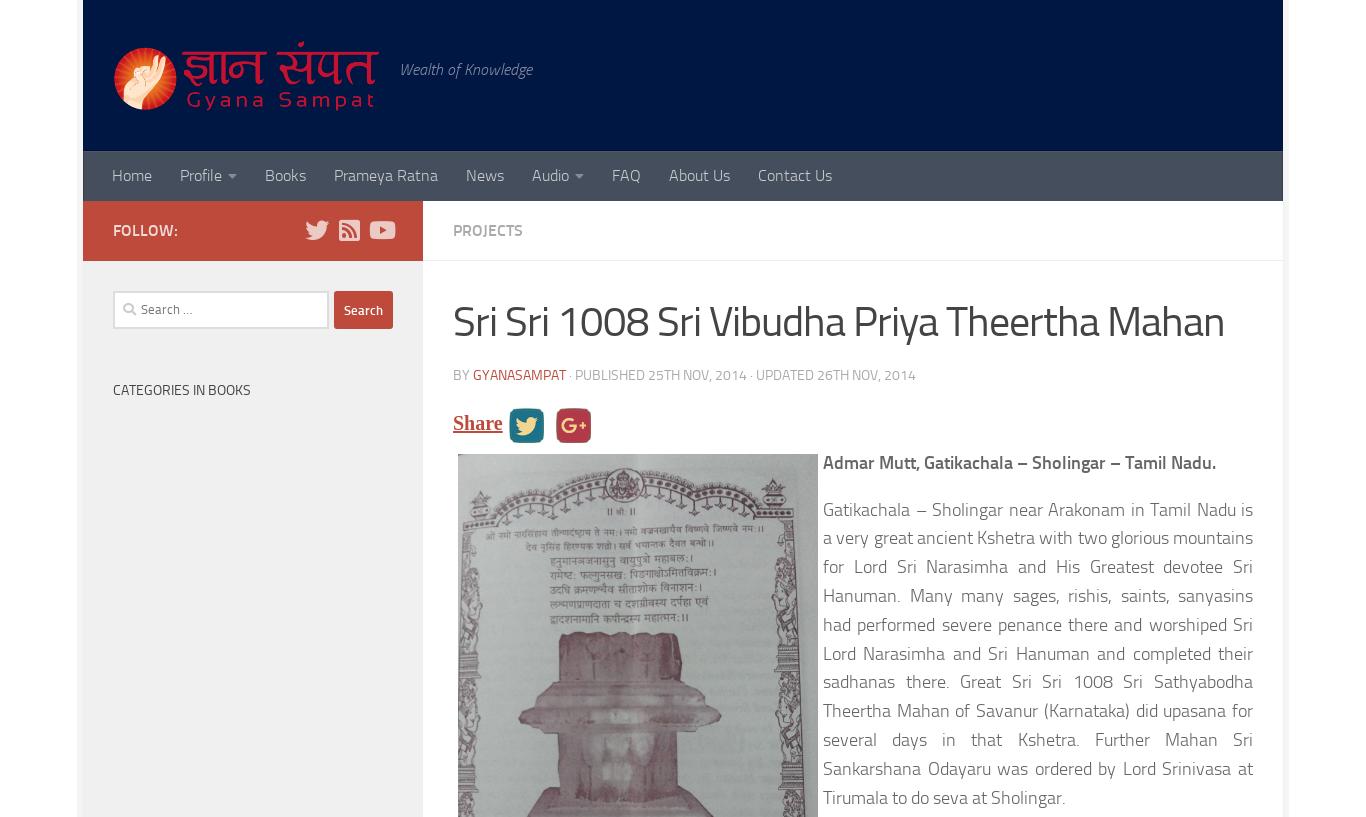 This screenshot has width=1366, height=817. What do you see at coordinates (1037, 653) in the screenshot?
I see `'Gatikachala – Sholingar near Arakonam in Tamil Nadu is a very great ancient Kshetra with two glorious mountains for Lord Sri Narasimha and His Greatest devotee Sri Hanuman. Many many sages, rishis, saints, sanyasins had performed severe penance there and worshiped Sri Lord Narasimha and Sri Hanuman and completed their sadhanas there. Great Sri Sri 1008 Sri Sathyabodha Theertha Mahan of Savanur (Karnataka) did upasana for several days in that Kshetra. Further Mahan Sri Sankarshana Odayaru was ordered by Lord Srinivasa at Tirumala to do seva at Sholingar.'` at bounding box center [1037, 653].